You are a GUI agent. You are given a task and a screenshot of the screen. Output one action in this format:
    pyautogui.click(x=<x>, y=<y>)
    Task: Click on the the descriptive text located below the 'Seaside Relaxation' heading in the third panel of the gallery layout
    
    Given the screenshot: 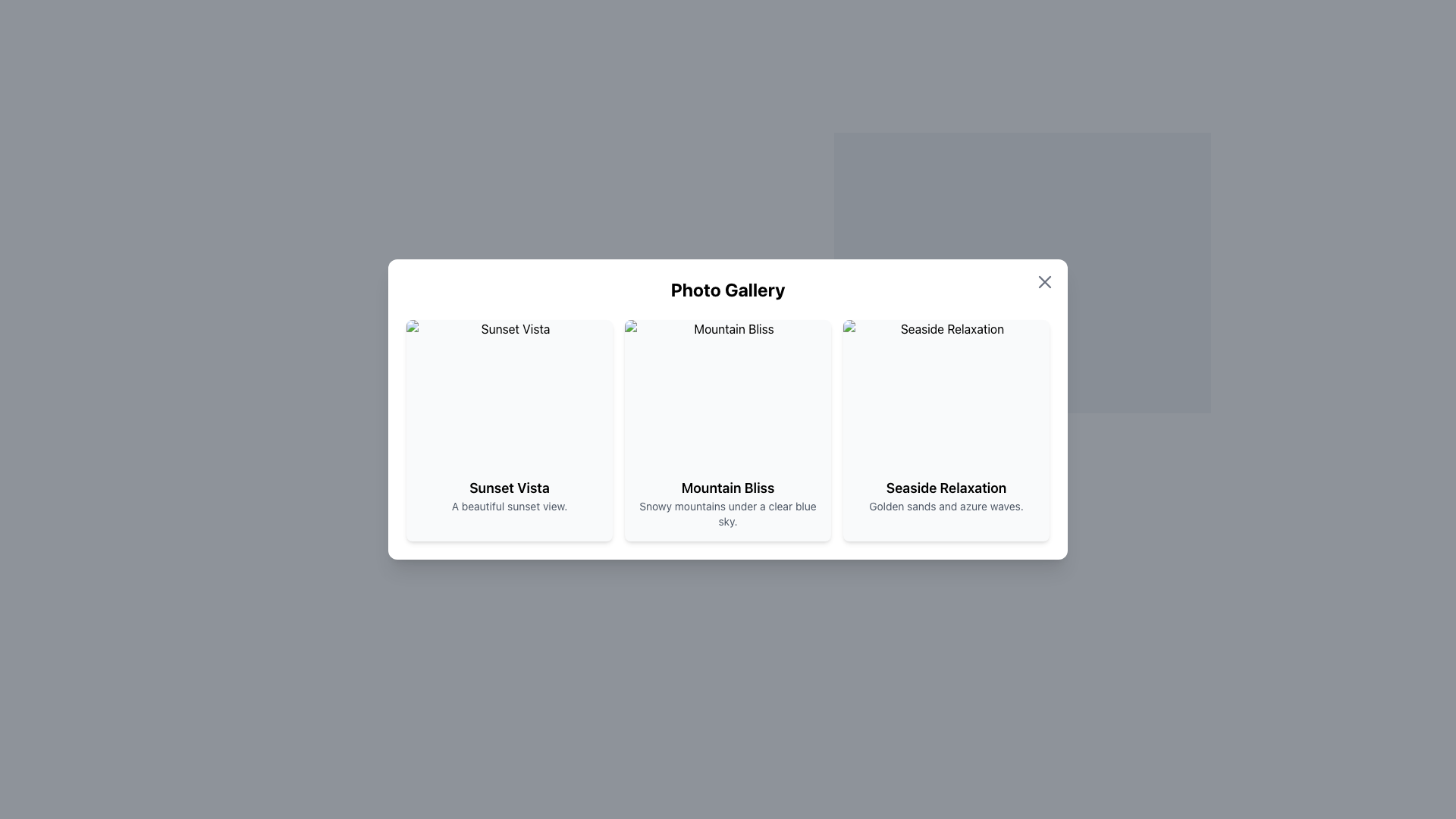 What is the action you would take?
    pyautogui.click(x=946, y=506)
    